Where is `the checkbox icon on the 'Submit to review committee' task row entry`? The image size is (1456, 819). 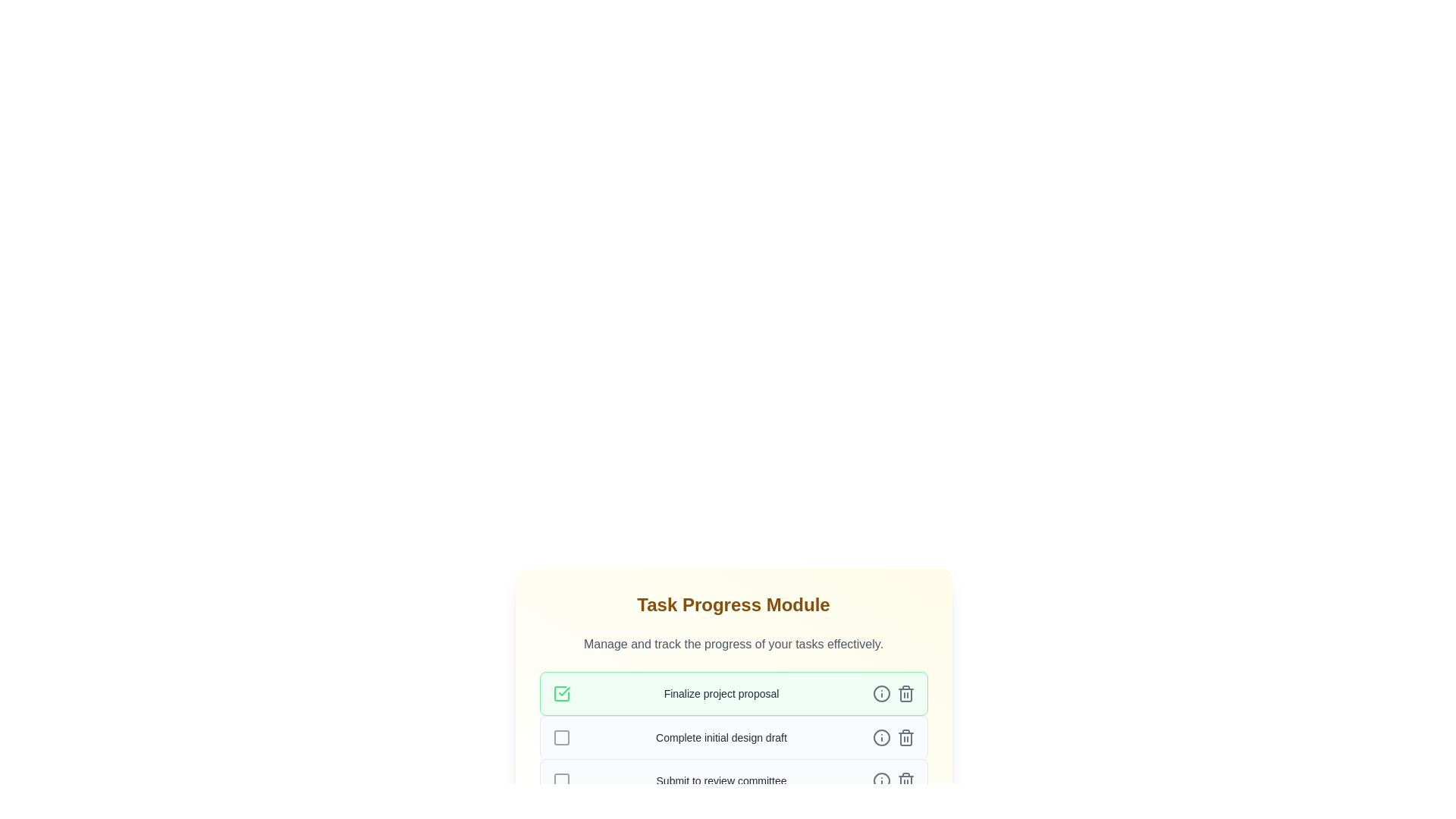
the checkbox icon on the 'Submit to review committee' task row entry is located at coordinates (733, 780).